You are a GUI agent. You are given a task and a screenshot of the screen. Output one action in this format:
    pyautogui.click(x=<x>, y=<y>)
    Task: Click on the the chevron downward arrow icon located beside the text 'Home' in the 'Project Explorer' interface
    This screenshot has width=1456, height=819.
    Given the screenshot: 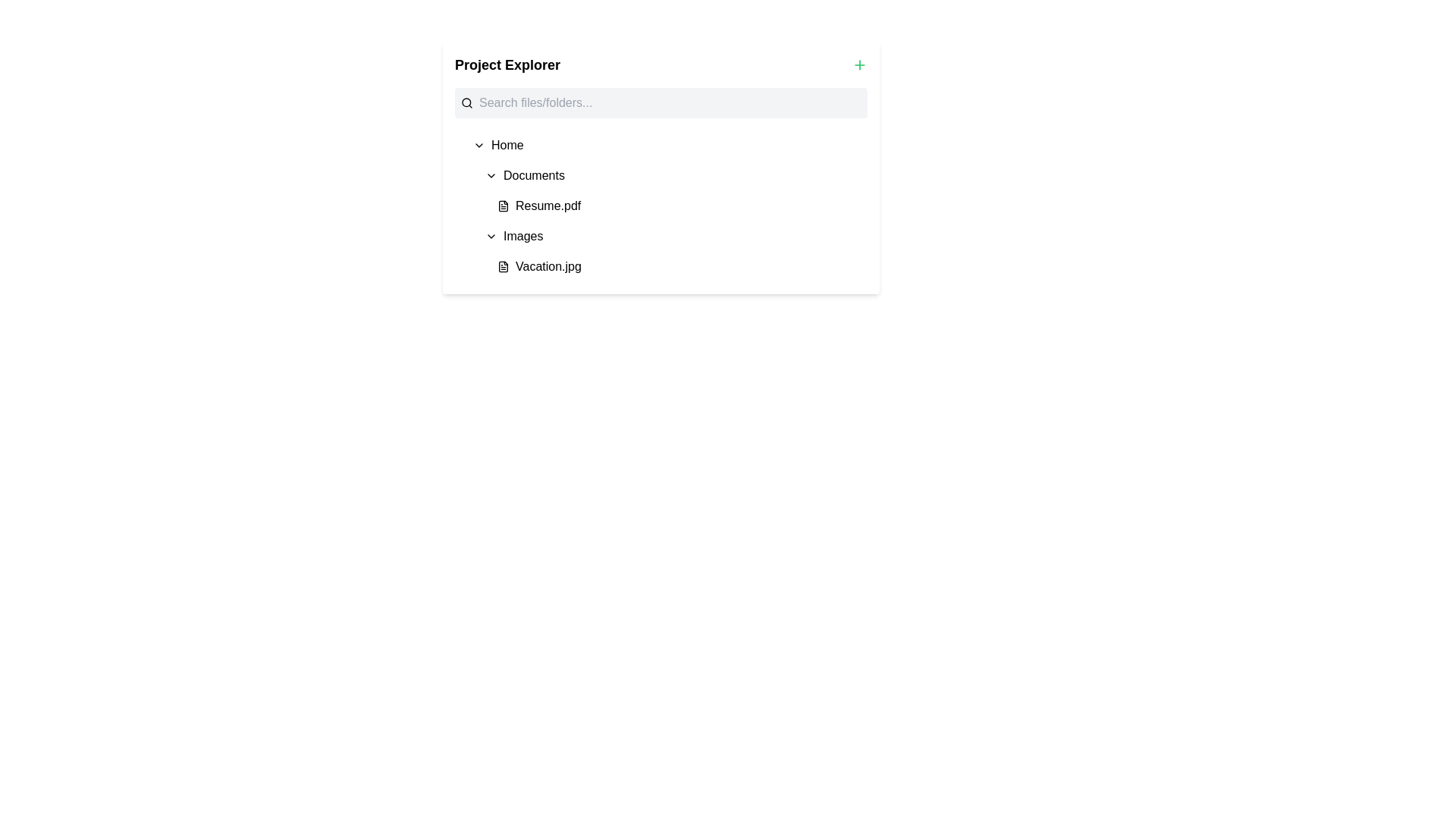 What is the action you would take?
    pyautogui.click(x=479, y=146)
    